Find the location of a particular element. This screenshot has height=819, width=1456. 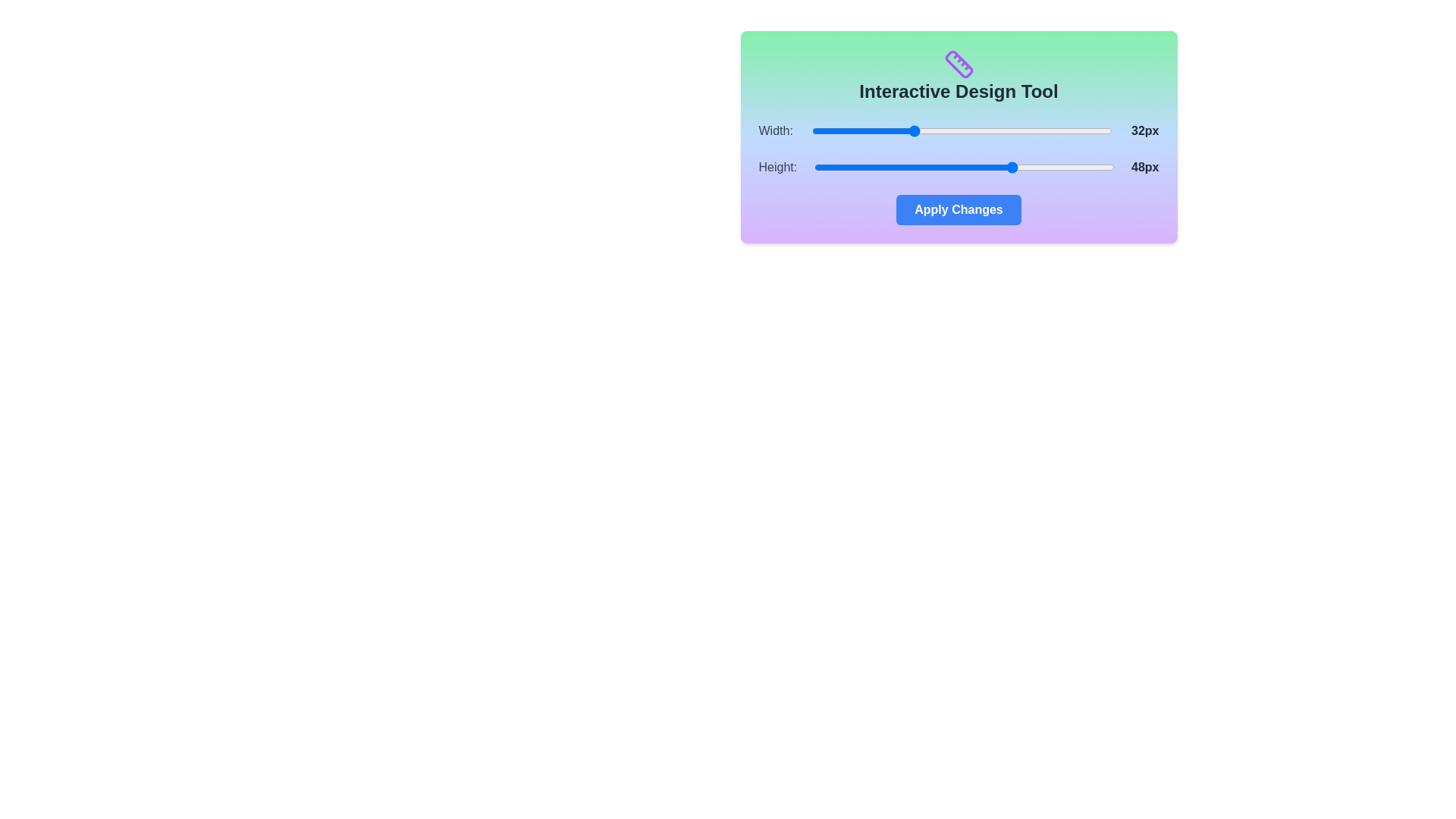

the 'Width' slider to set its value to 17 within the range of 16 to 64 is located at coordinates (817, 130).